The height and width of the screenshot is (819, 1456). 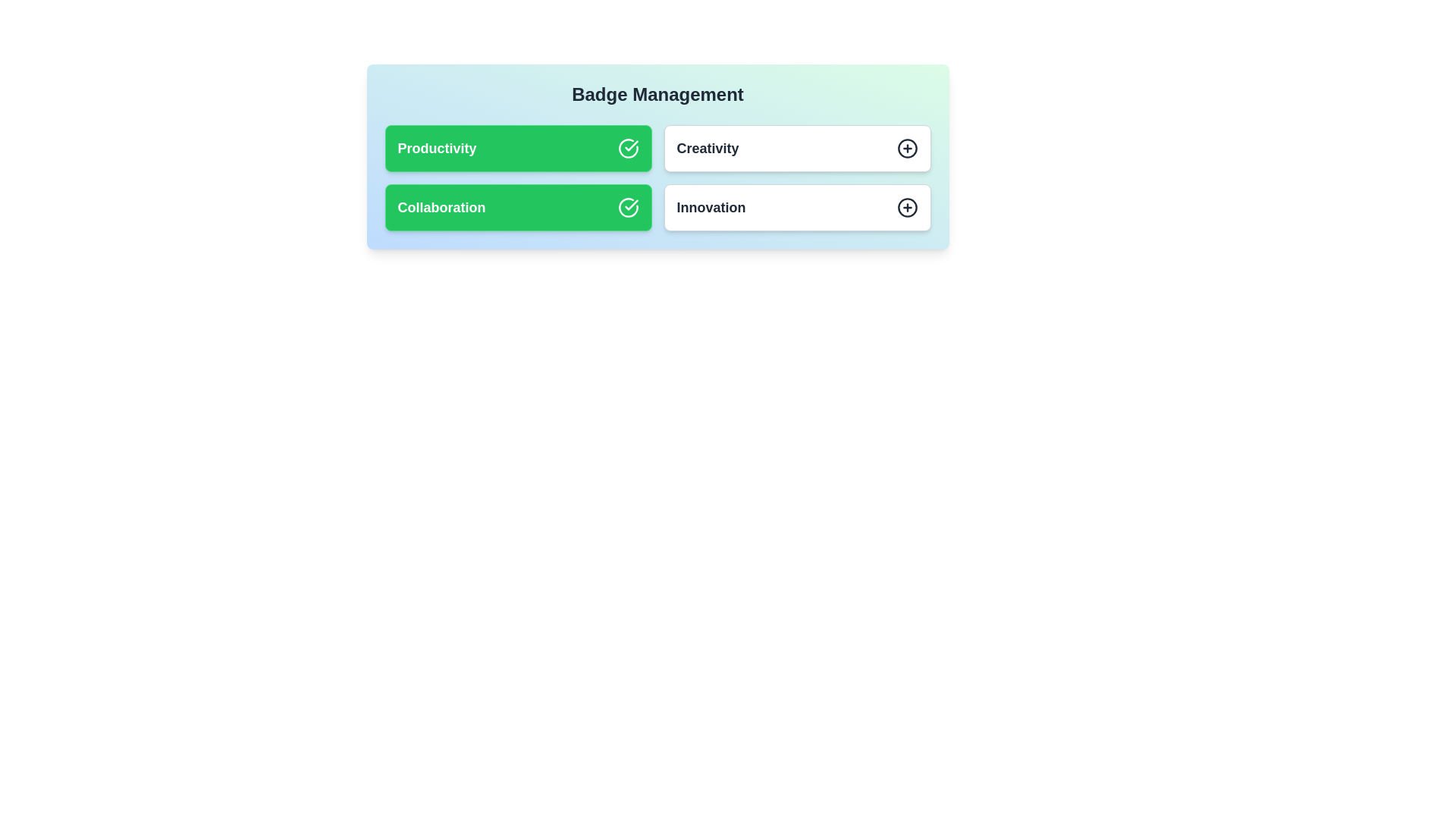 I want to click on the badge labeled Innovation, so click(x=796, y=207).